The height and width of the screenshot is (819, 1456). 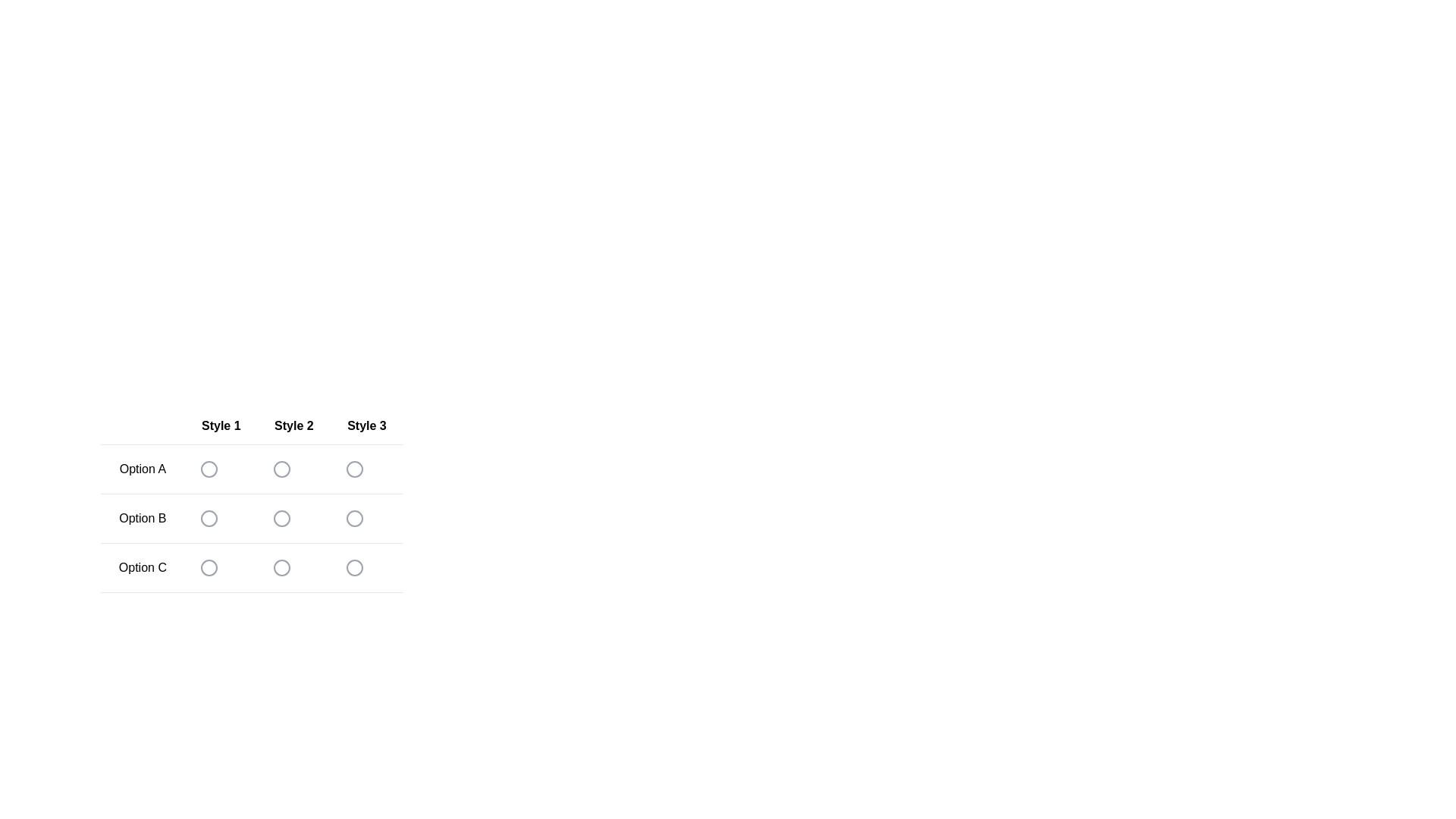 I want to click on the interactive radio button for the 'Style 3' option under the 'Option B' row, so click(x=353, y=517).